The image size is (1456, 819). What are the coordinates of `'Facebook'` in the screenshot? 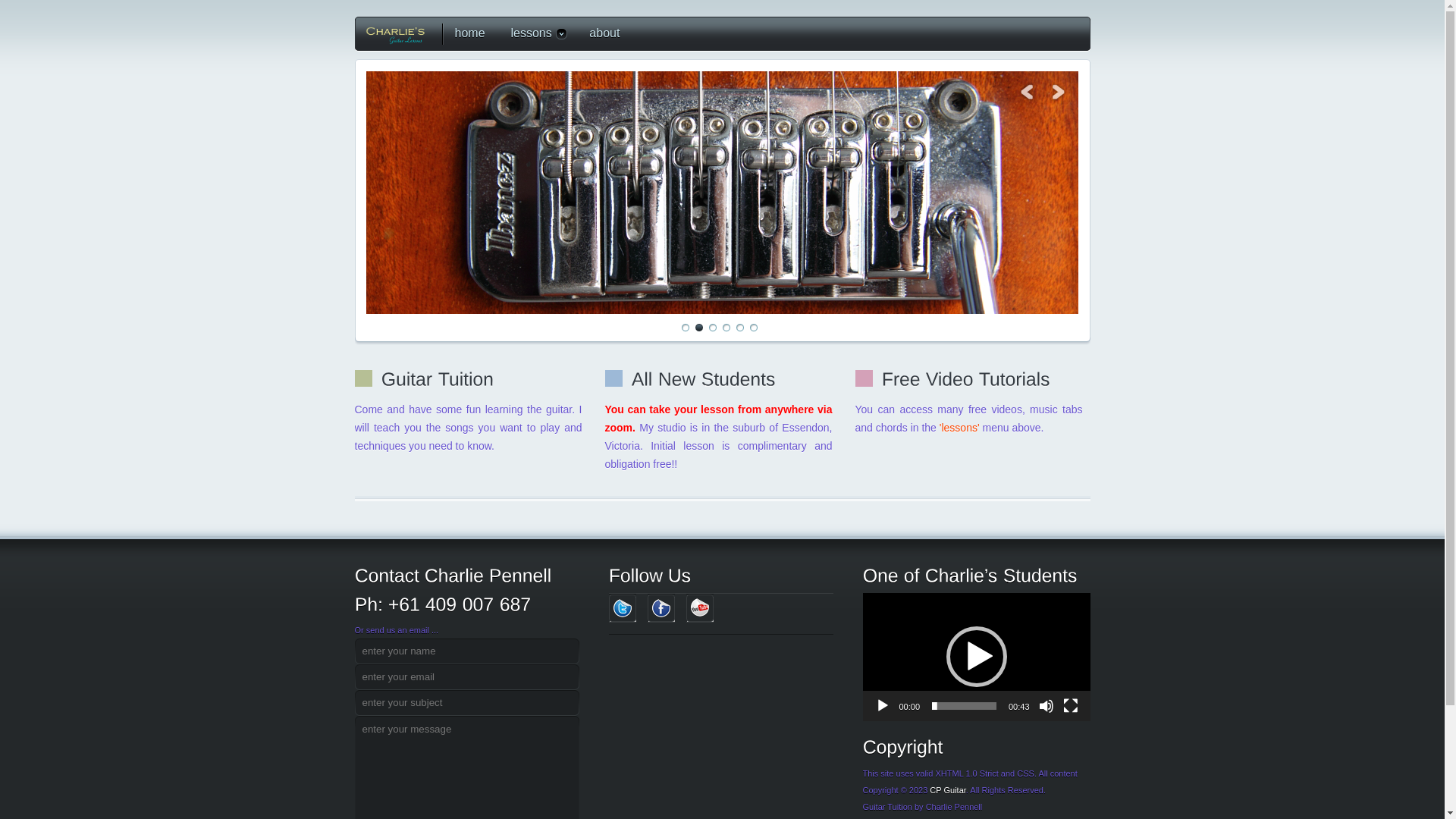 It's located at (661, 607).